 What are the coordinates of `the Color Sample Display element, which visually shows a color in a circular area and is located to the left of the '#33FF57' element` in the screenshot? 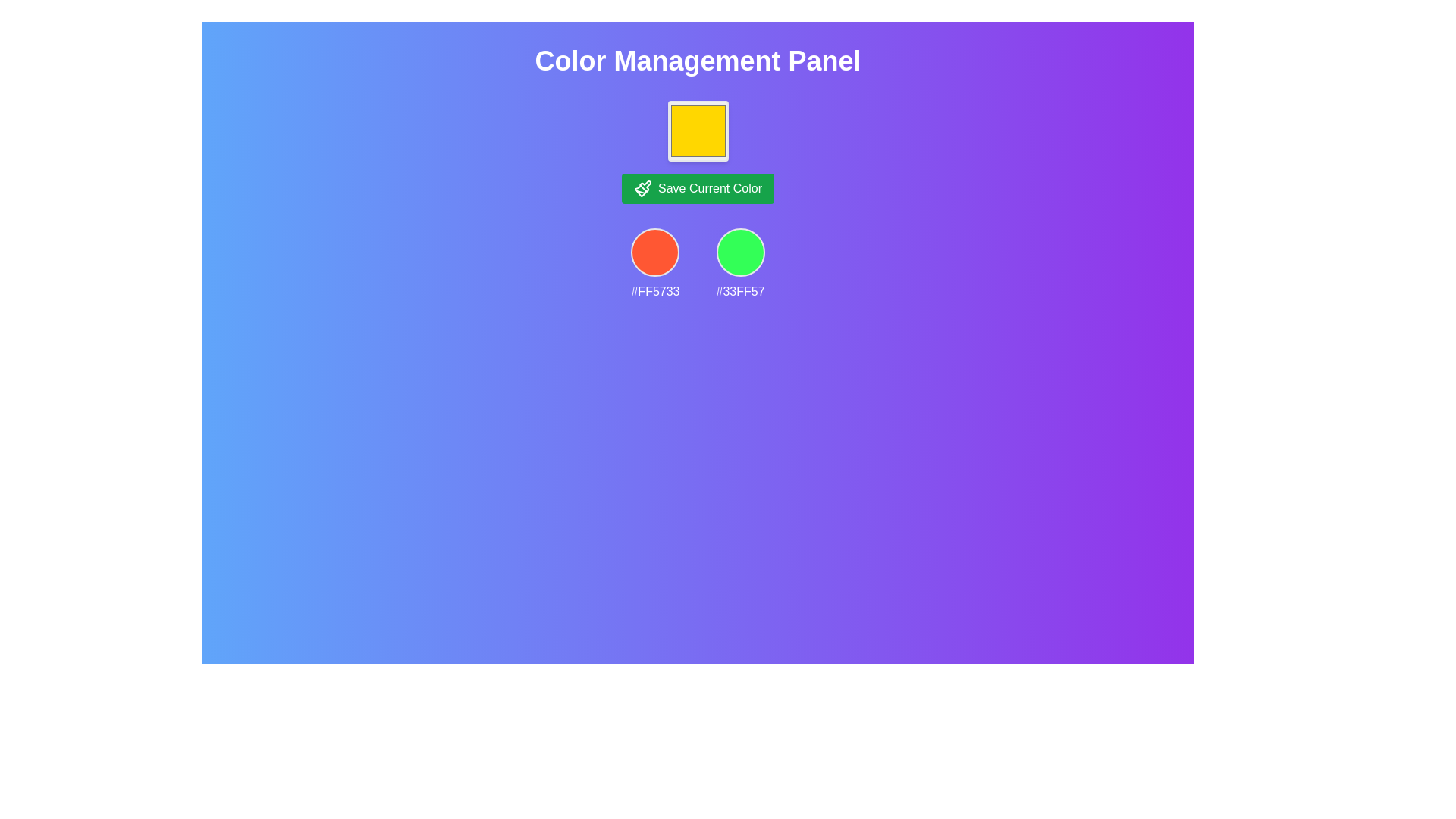 It's located at (655, 263).